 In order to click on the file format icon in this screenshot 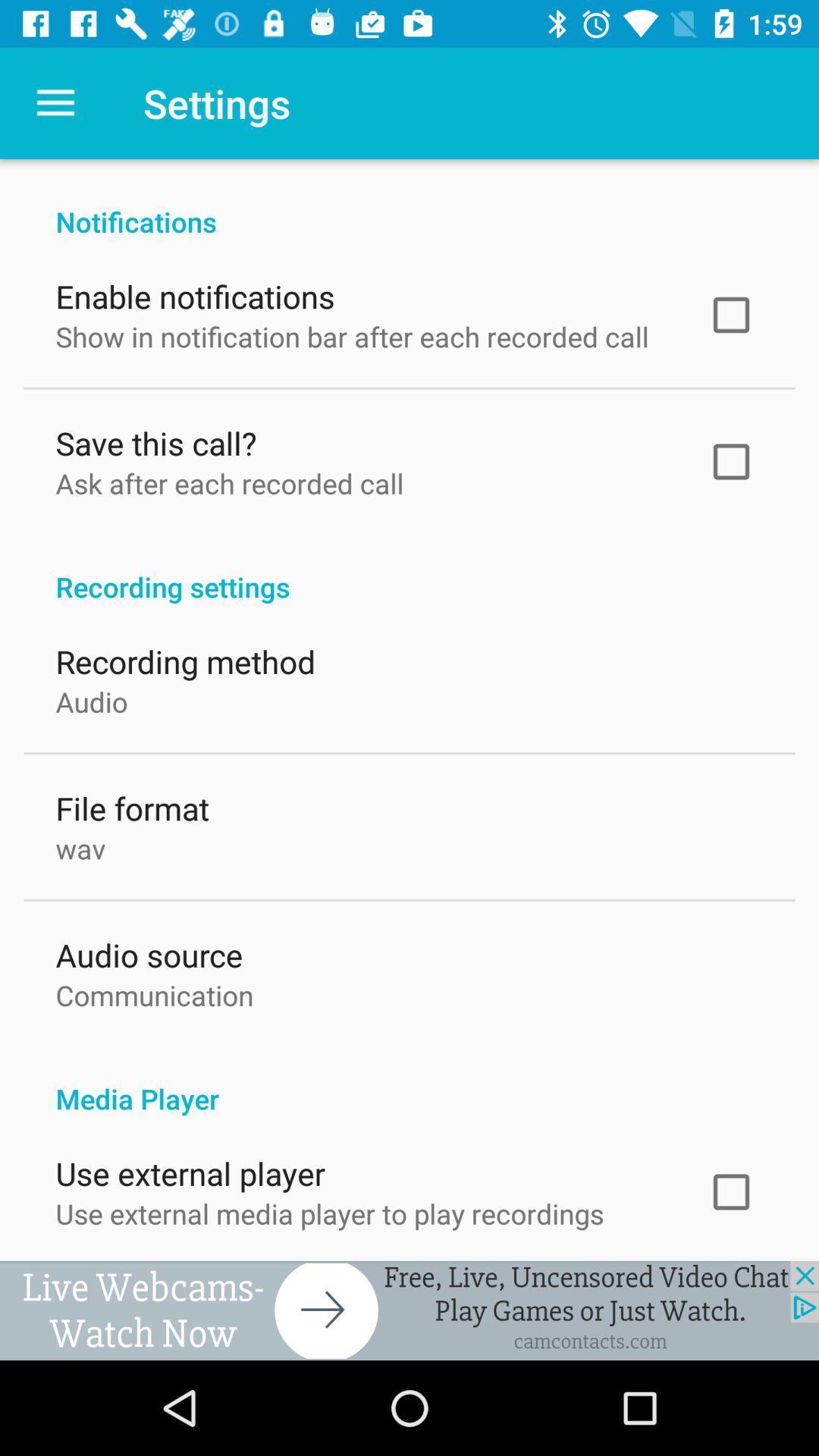, I will do `click(131, 804)`.